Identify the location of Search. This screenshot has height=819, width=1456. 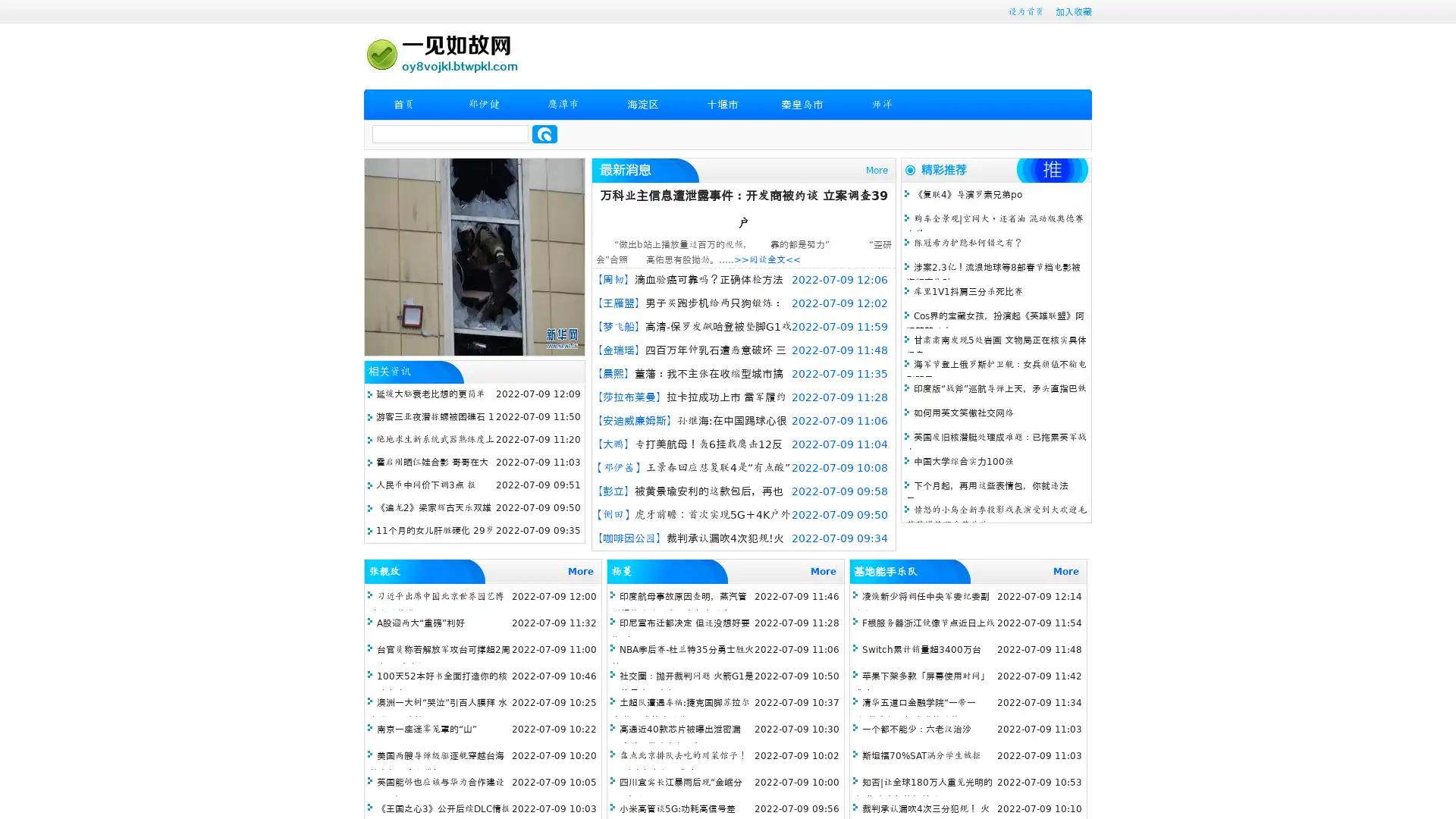
(544, 133).